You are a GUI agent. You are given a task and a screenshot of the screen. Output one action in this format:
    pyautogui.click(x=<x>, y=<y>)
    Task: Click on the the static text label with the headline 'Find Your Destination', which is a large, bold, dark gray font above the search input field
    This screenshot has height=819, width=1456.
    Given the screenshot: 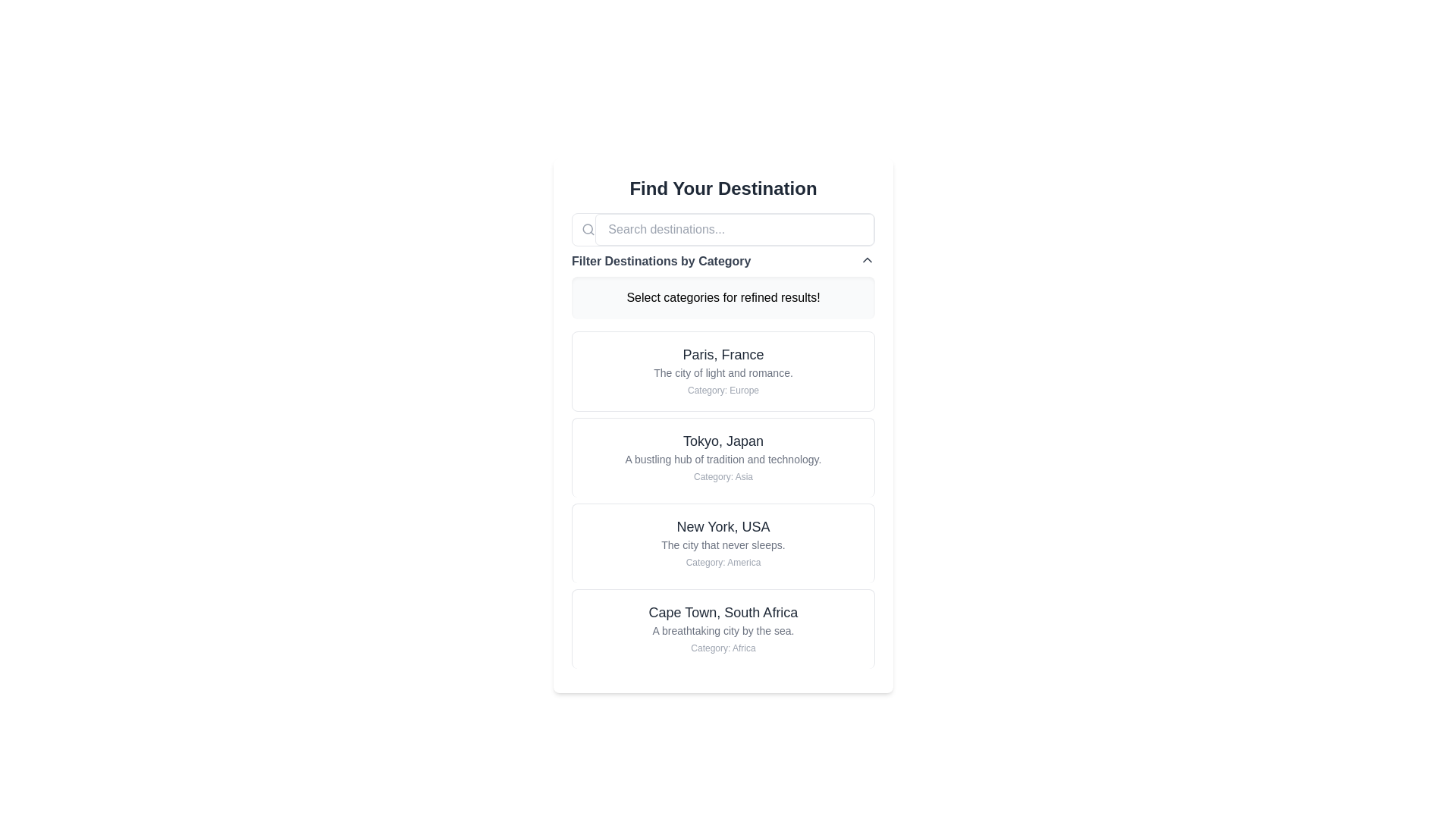 What is the action you would take?
    pyautogui.click(x=723, y=188)
    